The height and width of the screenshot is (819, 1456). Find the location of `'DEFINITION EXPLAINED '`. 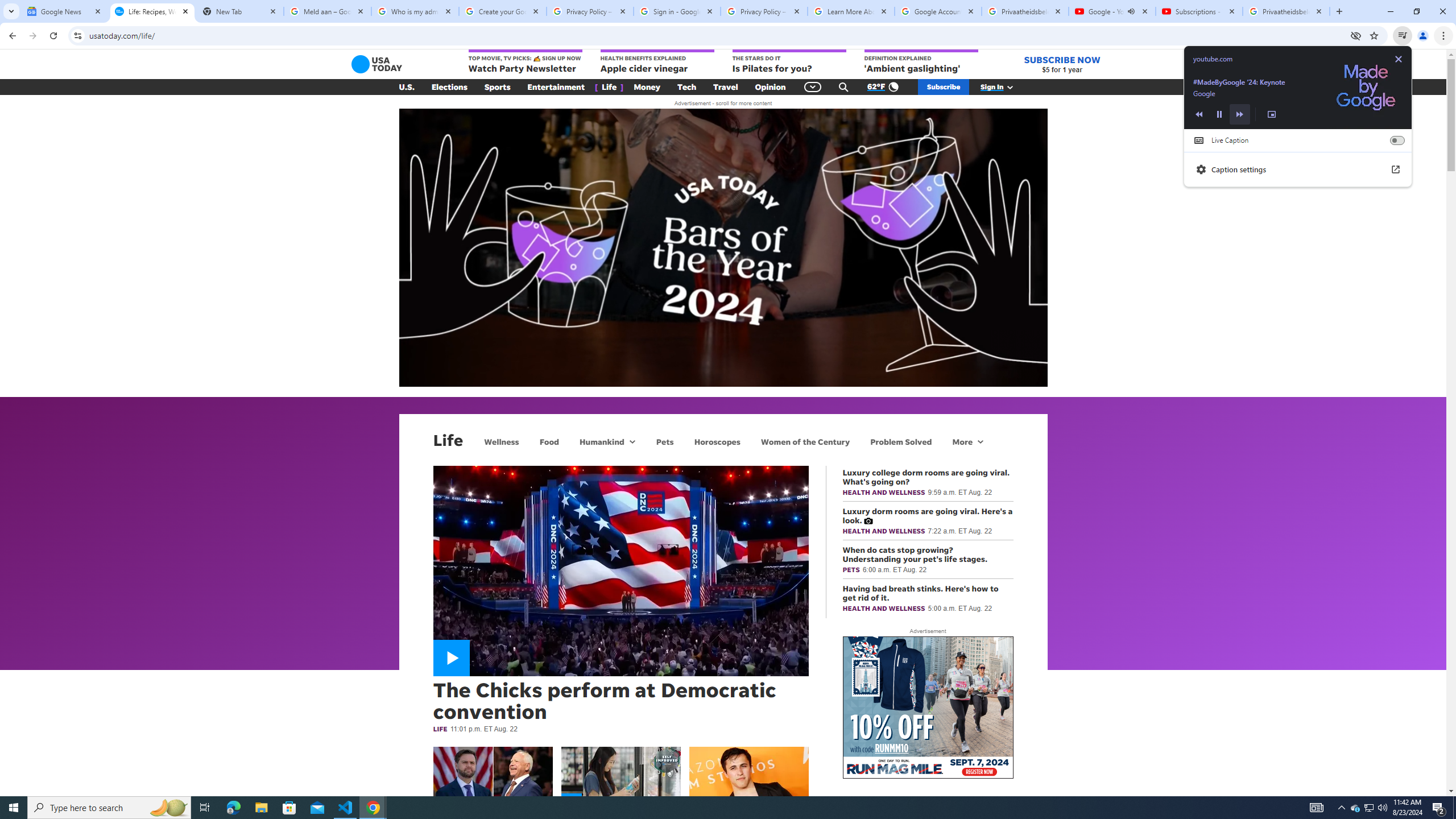

'DEFINITION EXPLAINED ' is located at coordinates (920, 61).